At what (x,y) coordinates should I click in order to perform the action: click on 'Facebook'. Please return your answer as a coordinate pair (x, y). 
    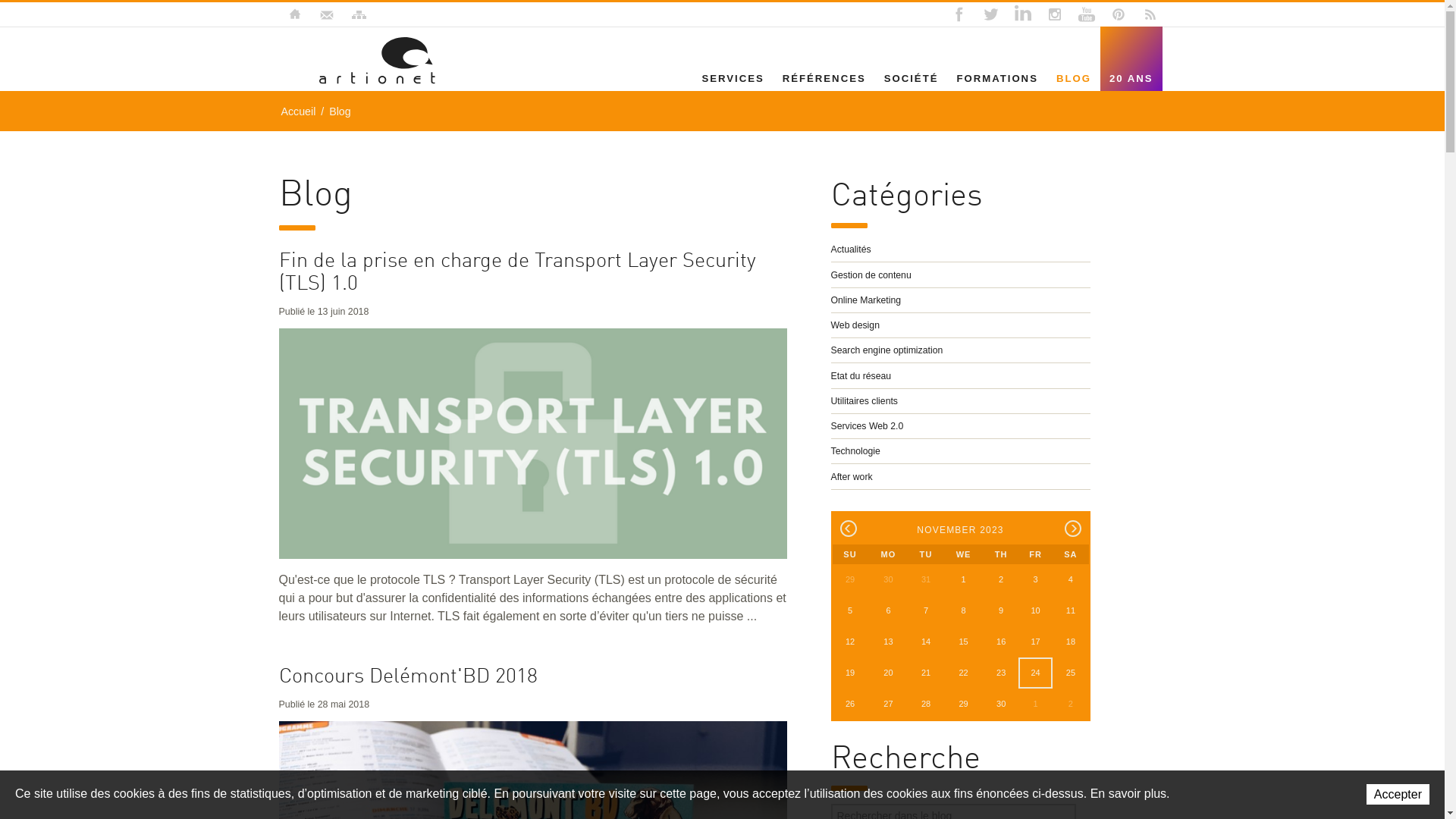
    Looking at the image, I should click on (957, 14).